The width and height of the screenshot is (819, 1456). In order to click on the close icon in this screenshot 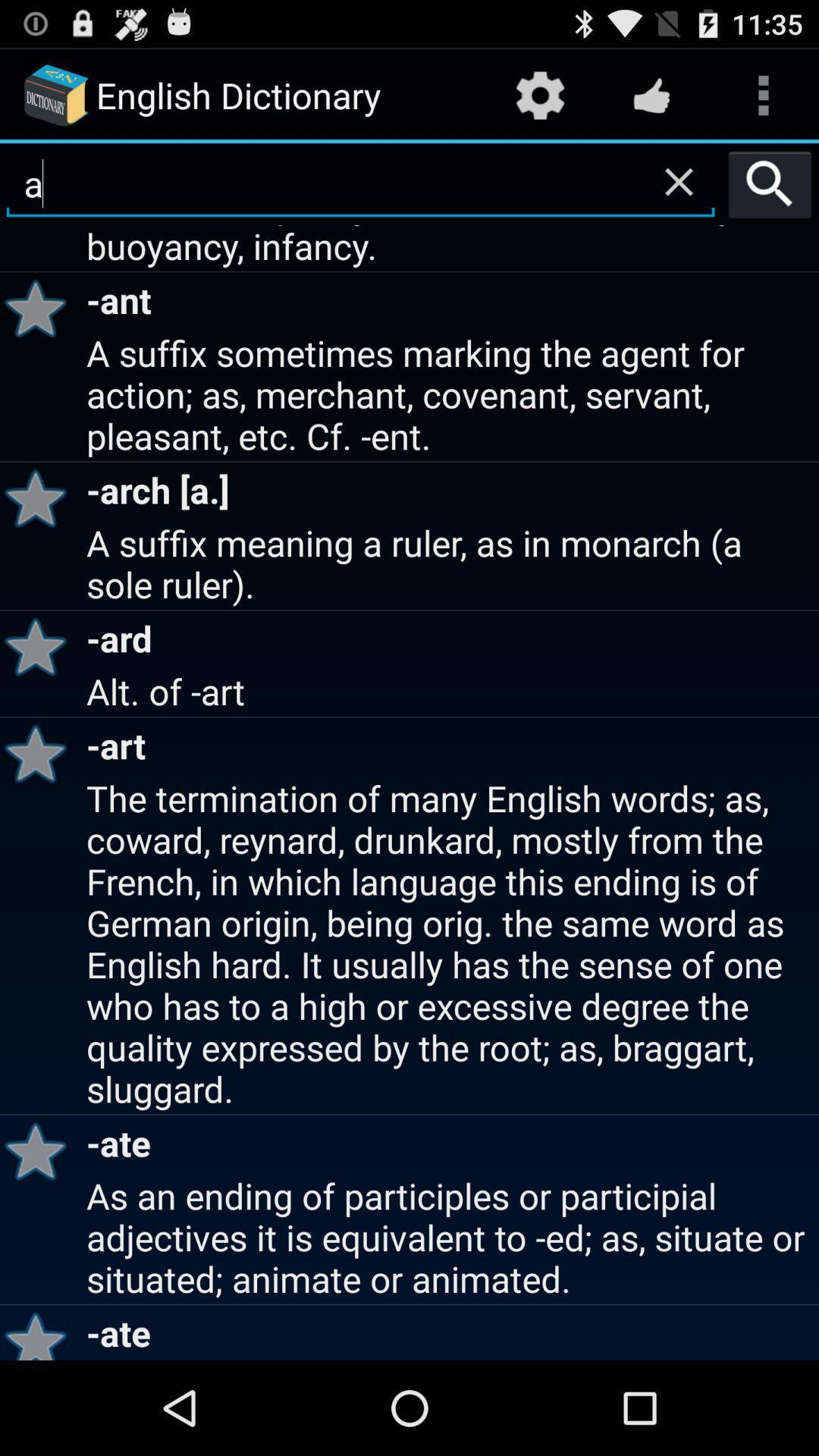, I will do `click(678, 193)`.